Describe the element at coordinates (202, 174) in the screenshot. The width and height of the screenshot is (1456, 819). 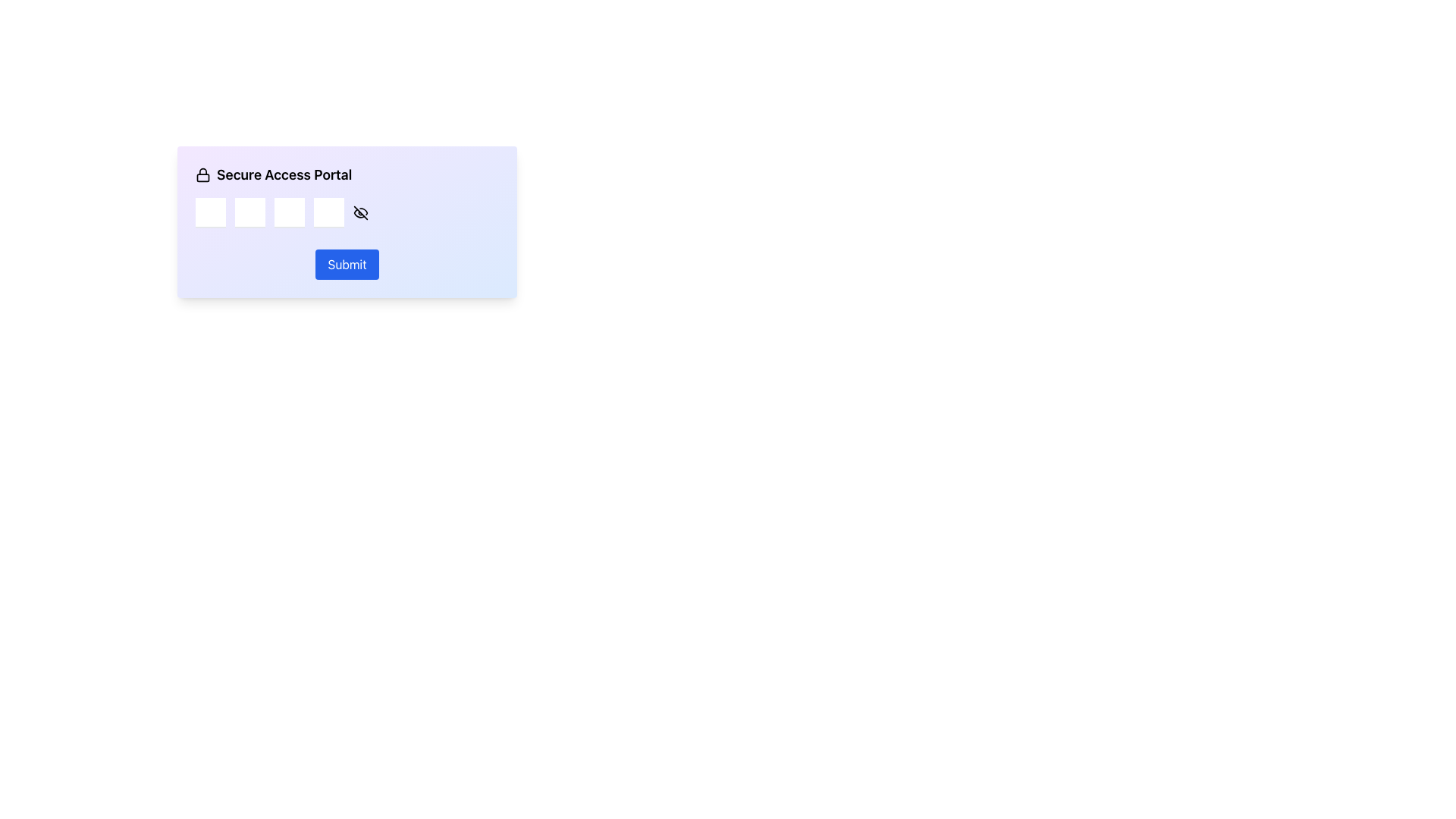
I see `the lock icon that signifies the secure nature of the 'Access Portal', located to the left of the text in the heading section` at that location.